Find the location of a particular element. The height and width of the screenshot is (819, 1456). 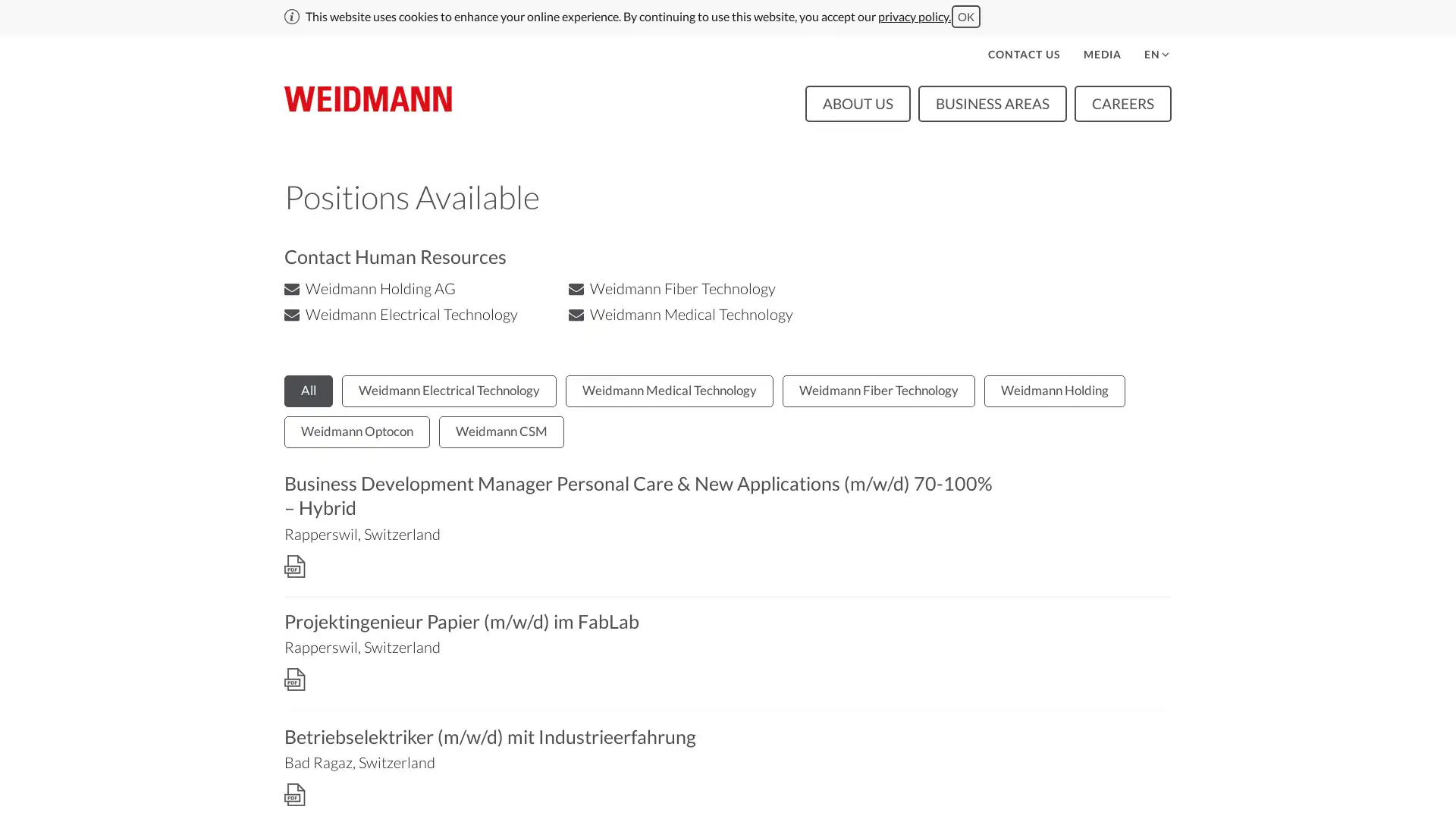

Weidmann Medical Technology is located at coordinates (669, 356).